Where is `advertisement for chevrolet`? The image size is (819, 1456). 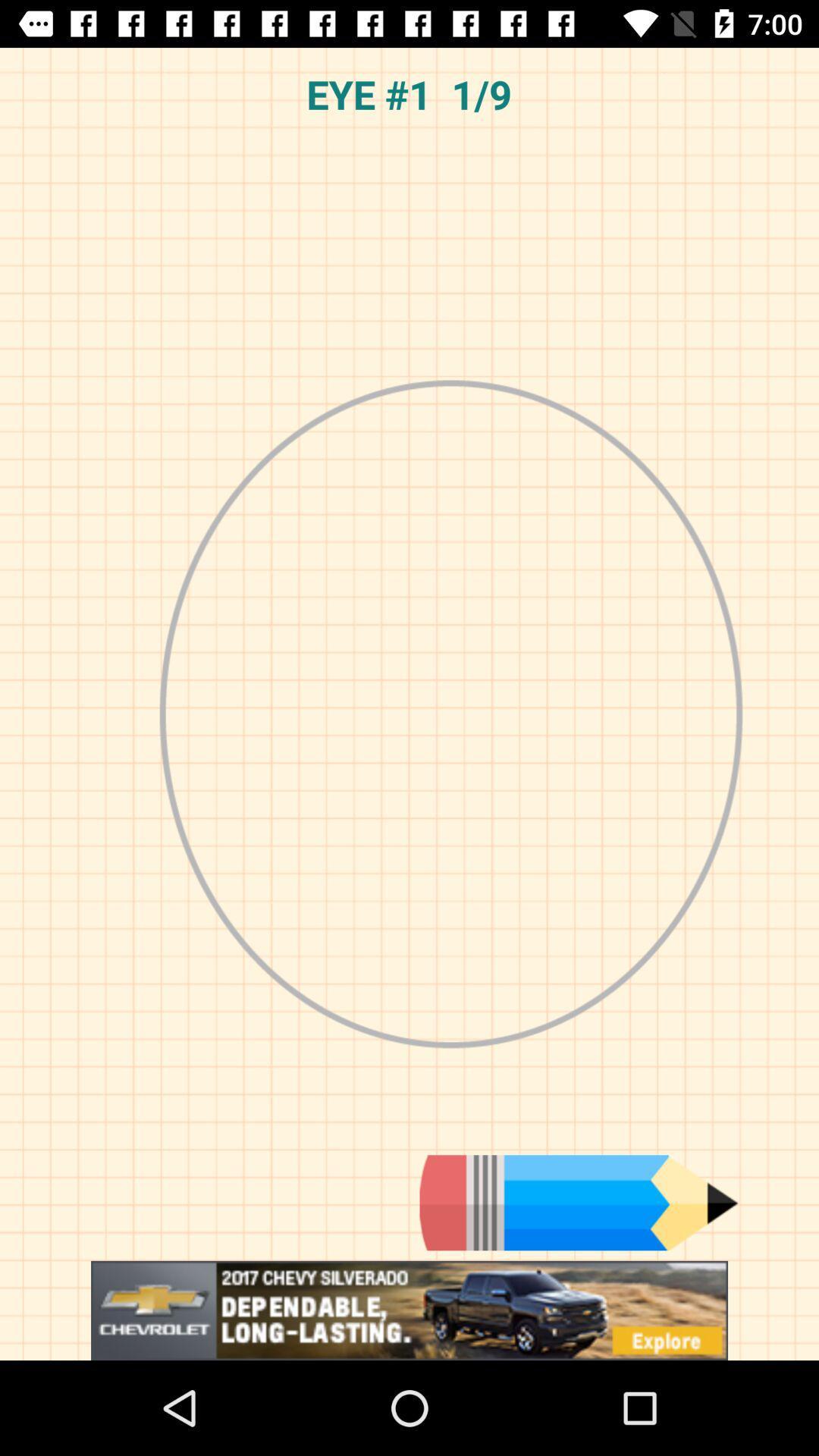 advertisement for chevrolet is located at coordinates (409, 1310).